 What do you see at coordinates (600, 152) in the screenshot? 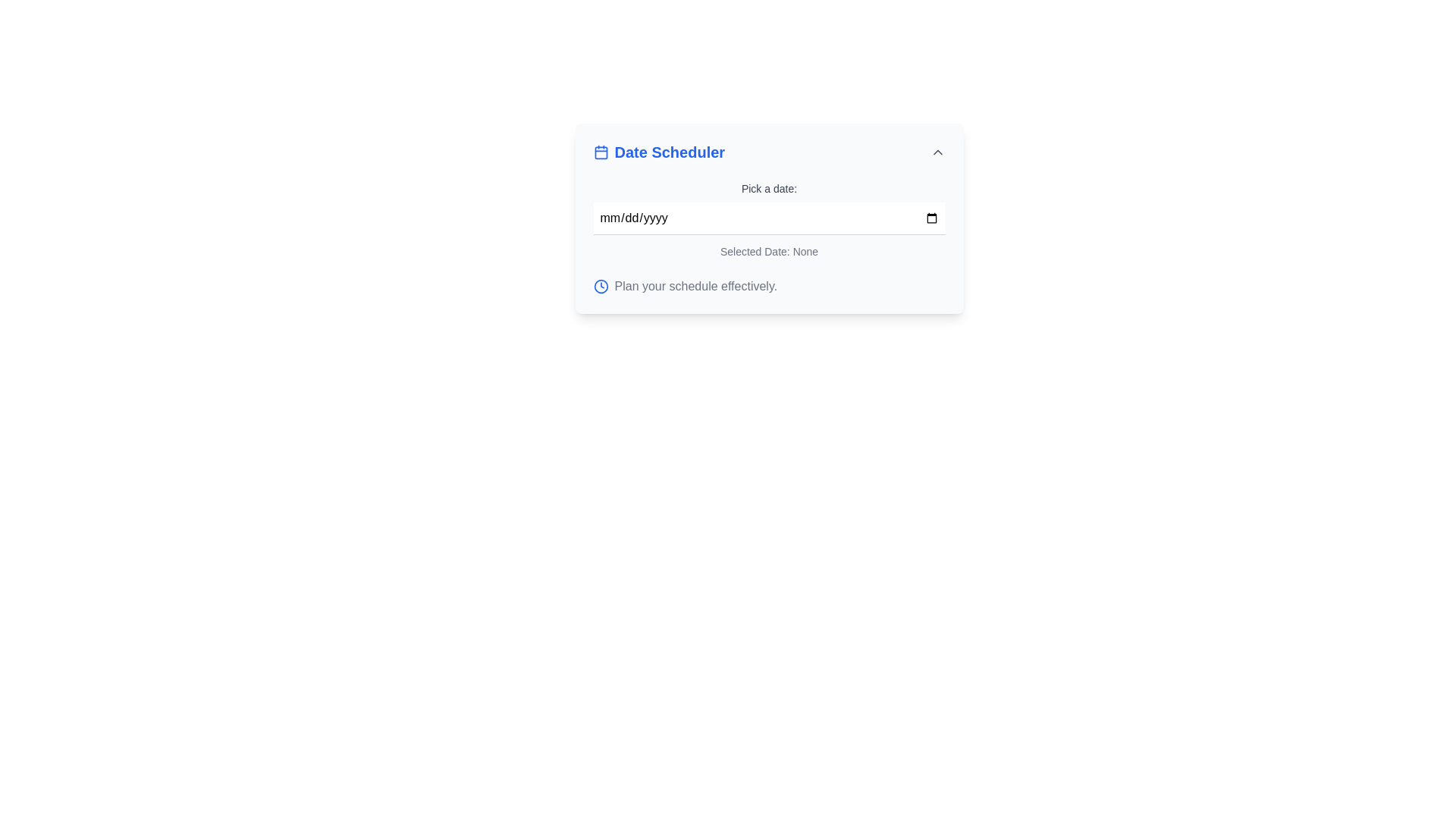
I see `the calendar icon in the header section of the 'Date Scheduler' component` at bounding box center [600, 152].